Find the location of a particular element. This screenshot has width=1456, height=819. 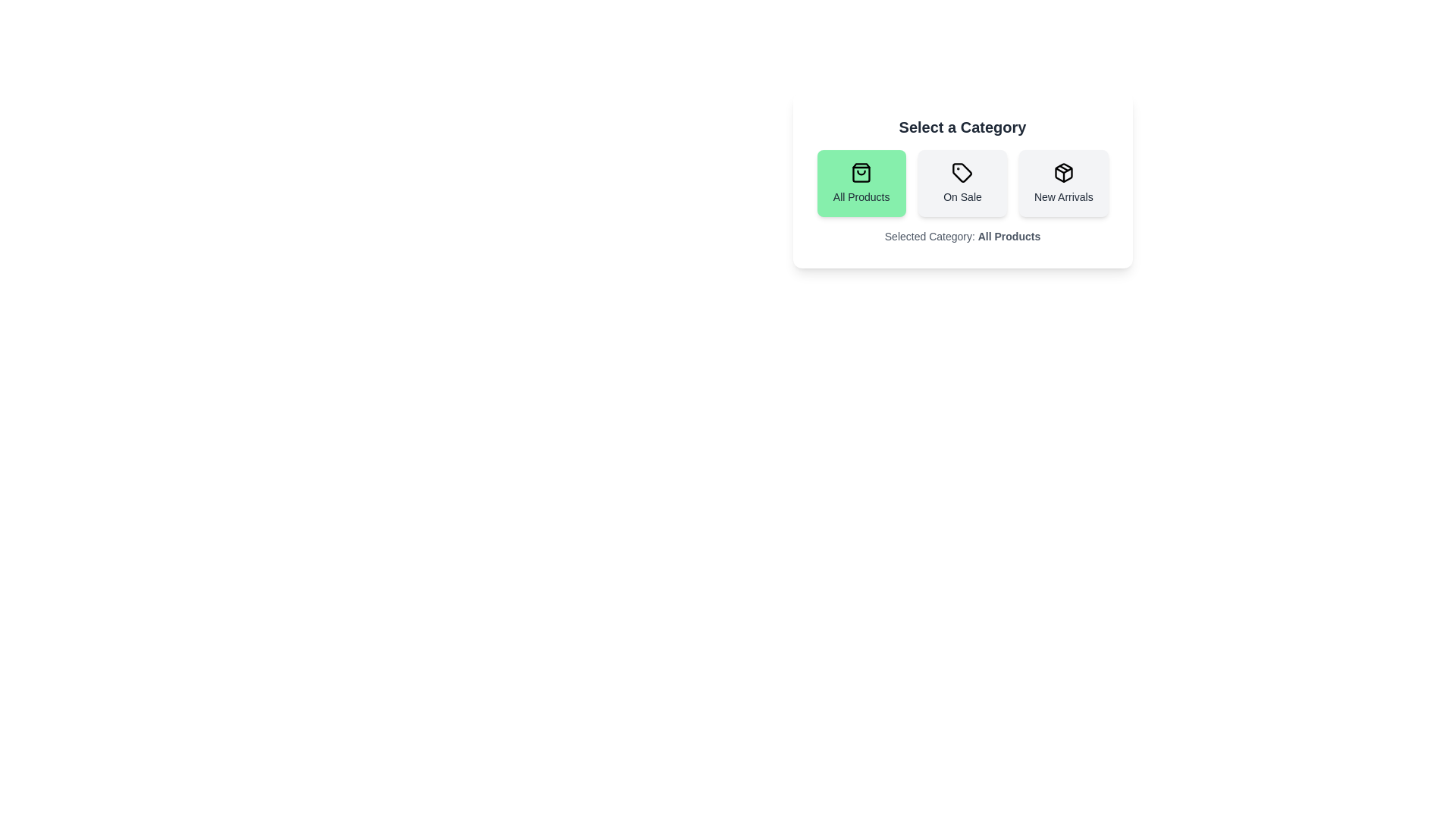

the 'On Sale' category button is located at coordinates (962, 183).